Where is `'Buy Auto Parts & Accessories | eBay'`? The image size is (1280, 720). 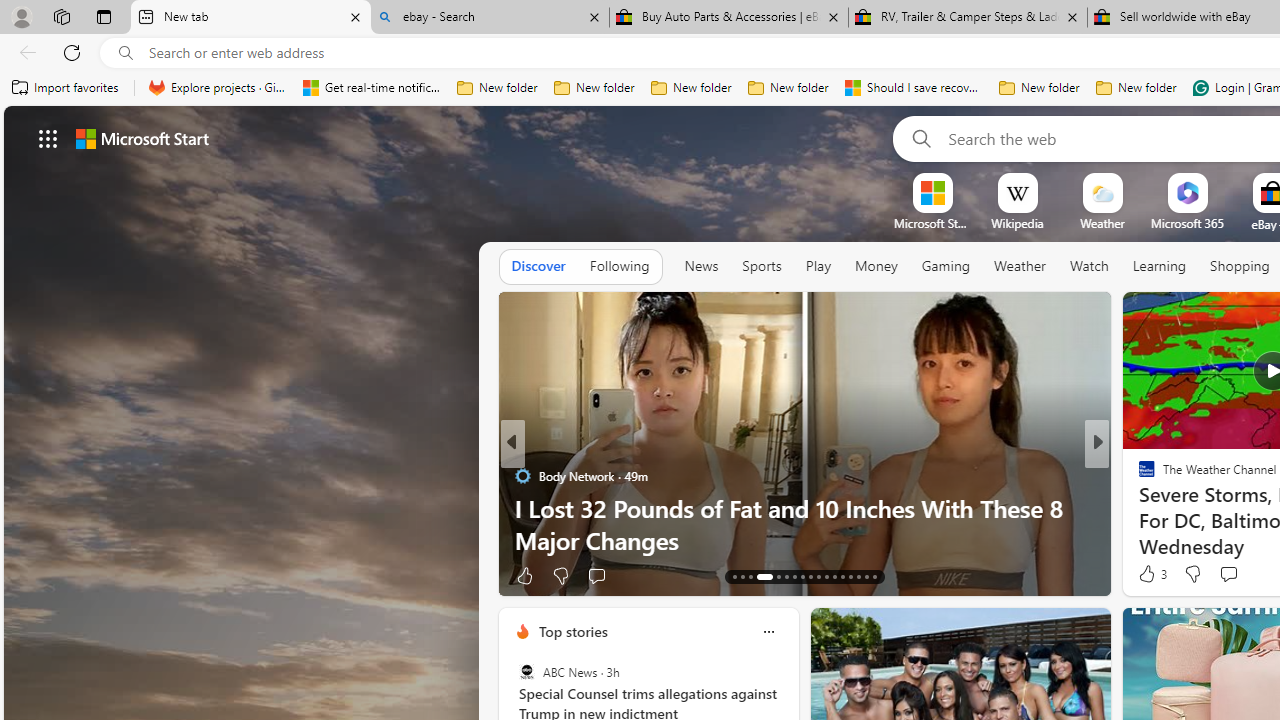 'Buy Auto Parts & Accessories | eBay' is located at coordinates (728, 17).